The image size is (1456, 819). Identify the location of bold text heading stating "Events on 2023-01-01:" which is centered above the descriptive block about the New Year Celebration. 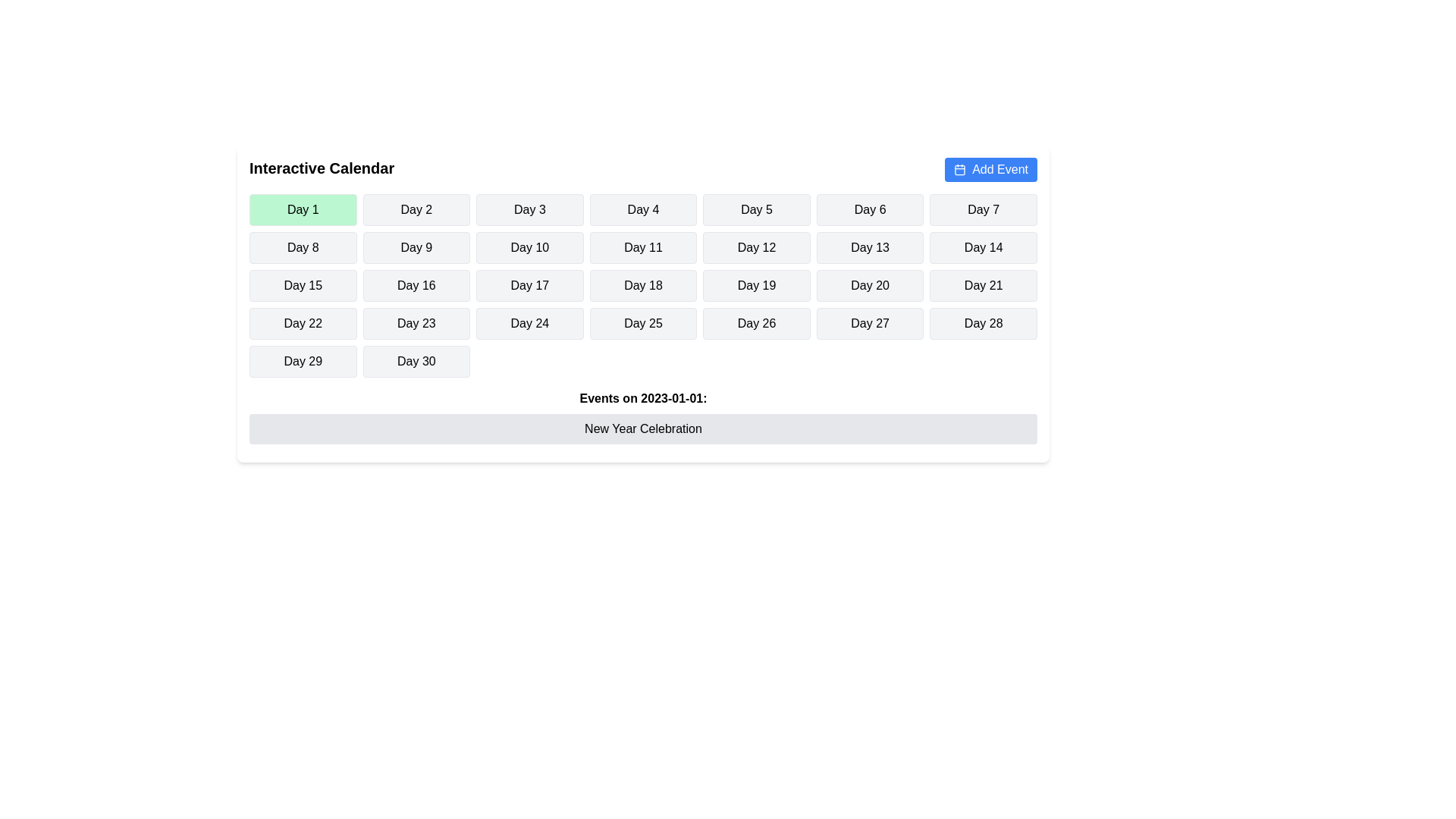
(643, 397).